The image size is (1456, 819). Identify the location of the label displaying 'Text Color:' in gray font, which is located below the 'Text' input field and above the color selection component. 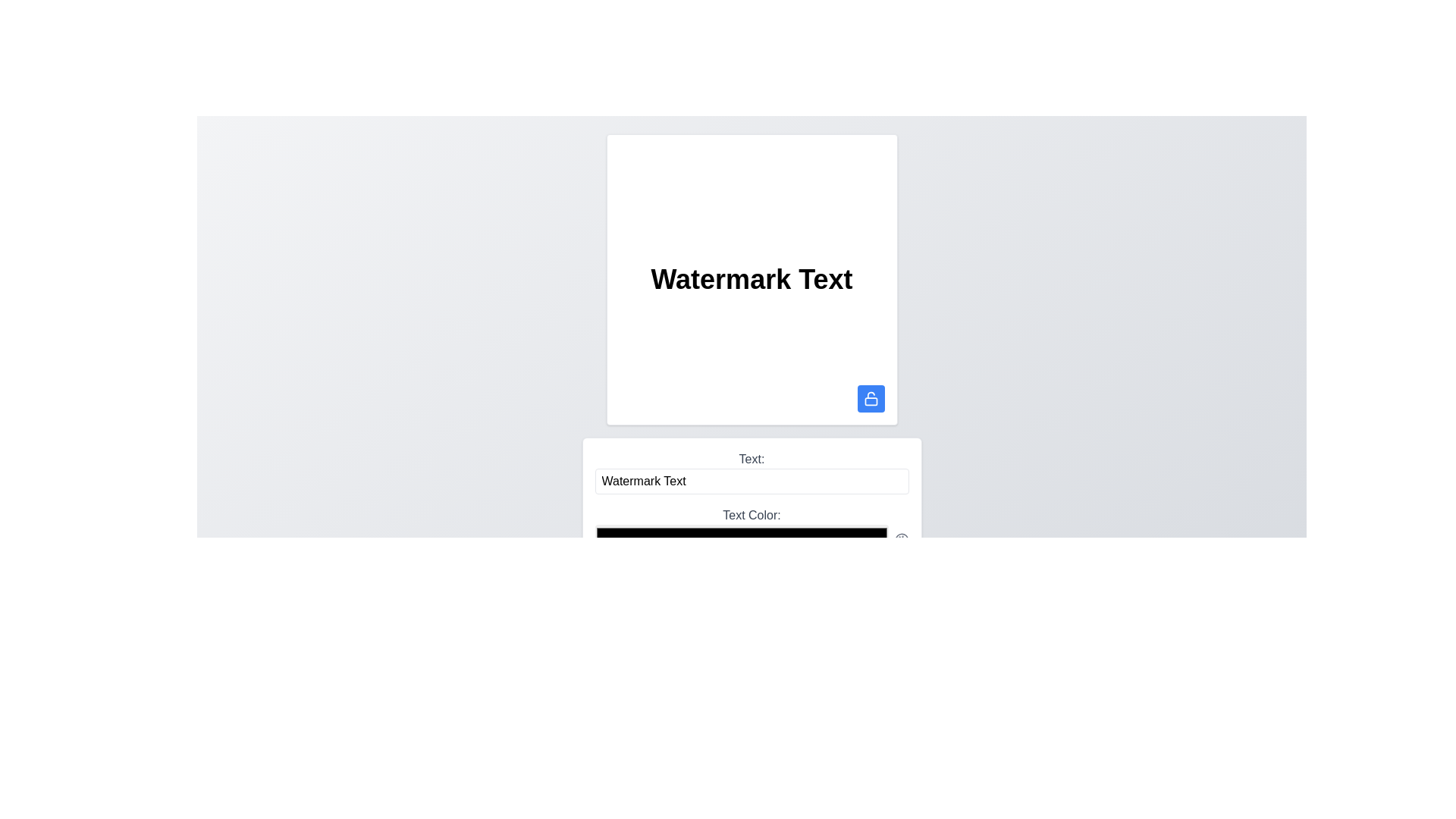
(752, 514).